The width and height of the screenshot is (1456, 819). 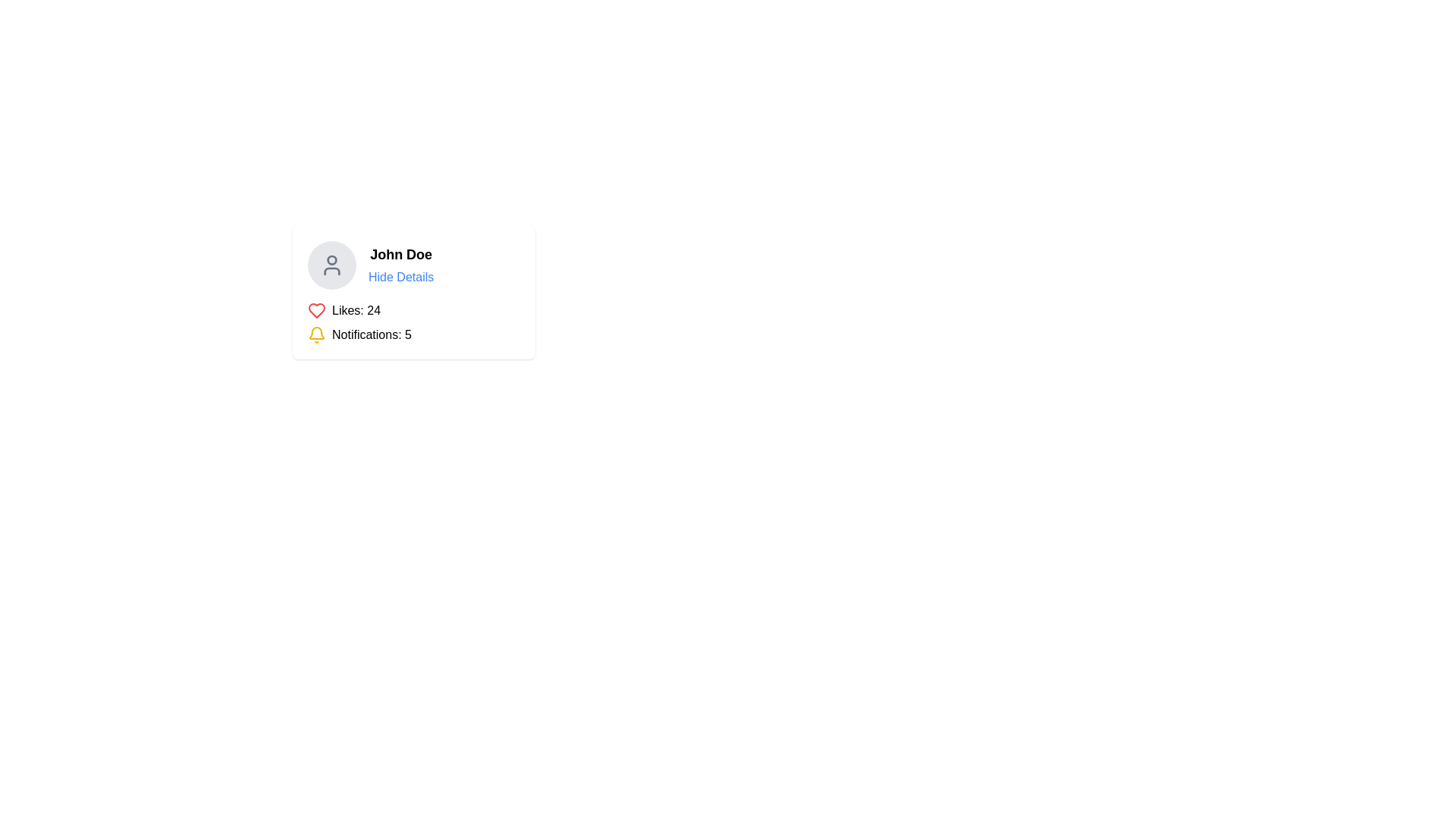 What do you see at coordinates (331, 259) in the screenshot?
I see `the smaller circular decorative shape within the SVG user profile icon located at the top left of the user card, adjacent to the name 'John Doe'` at bounding box center [331, 259].